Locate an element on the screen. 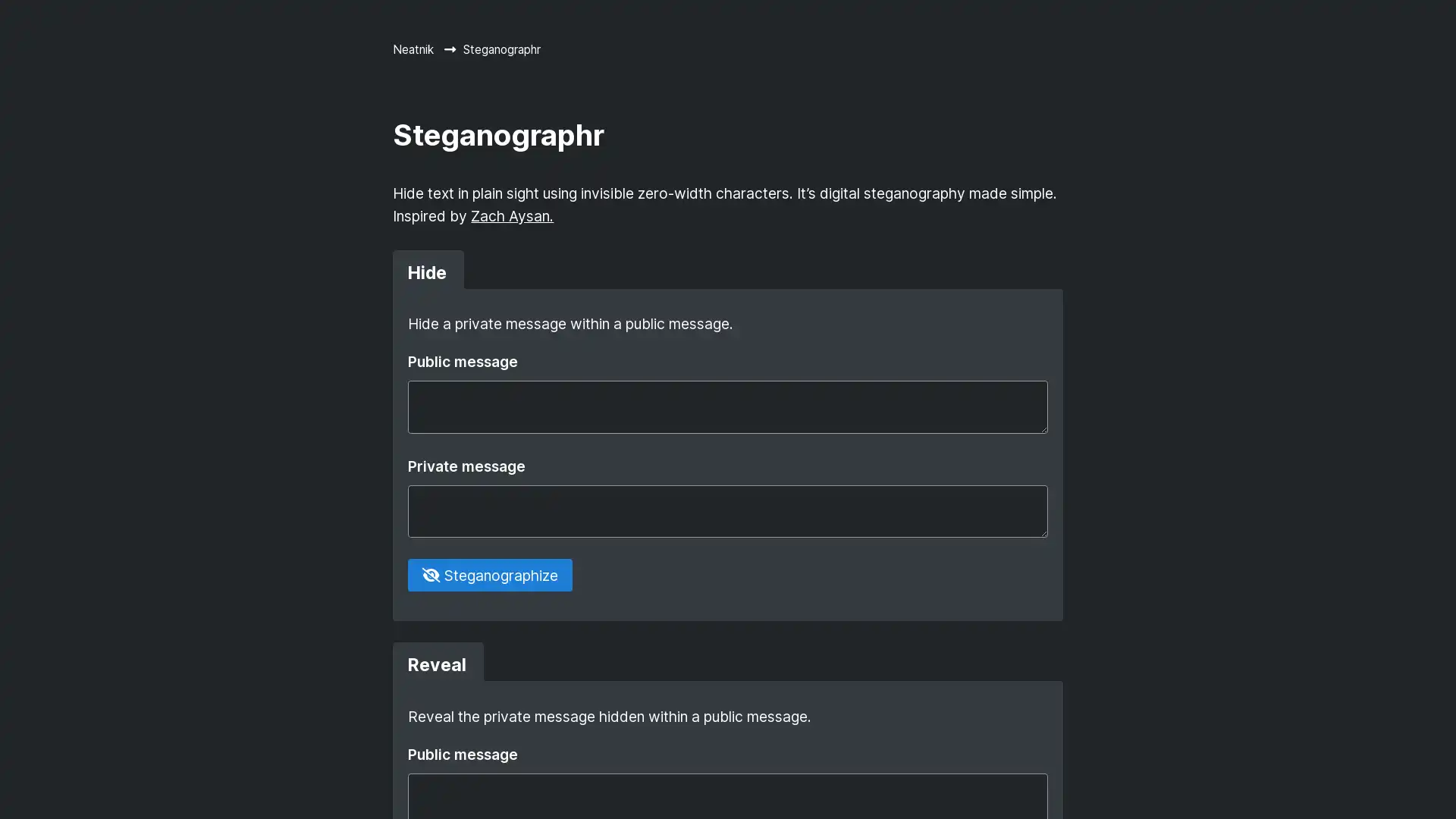 This screenshot has width=1456, height=819. Steganographize is located at coordinates (489, 575).